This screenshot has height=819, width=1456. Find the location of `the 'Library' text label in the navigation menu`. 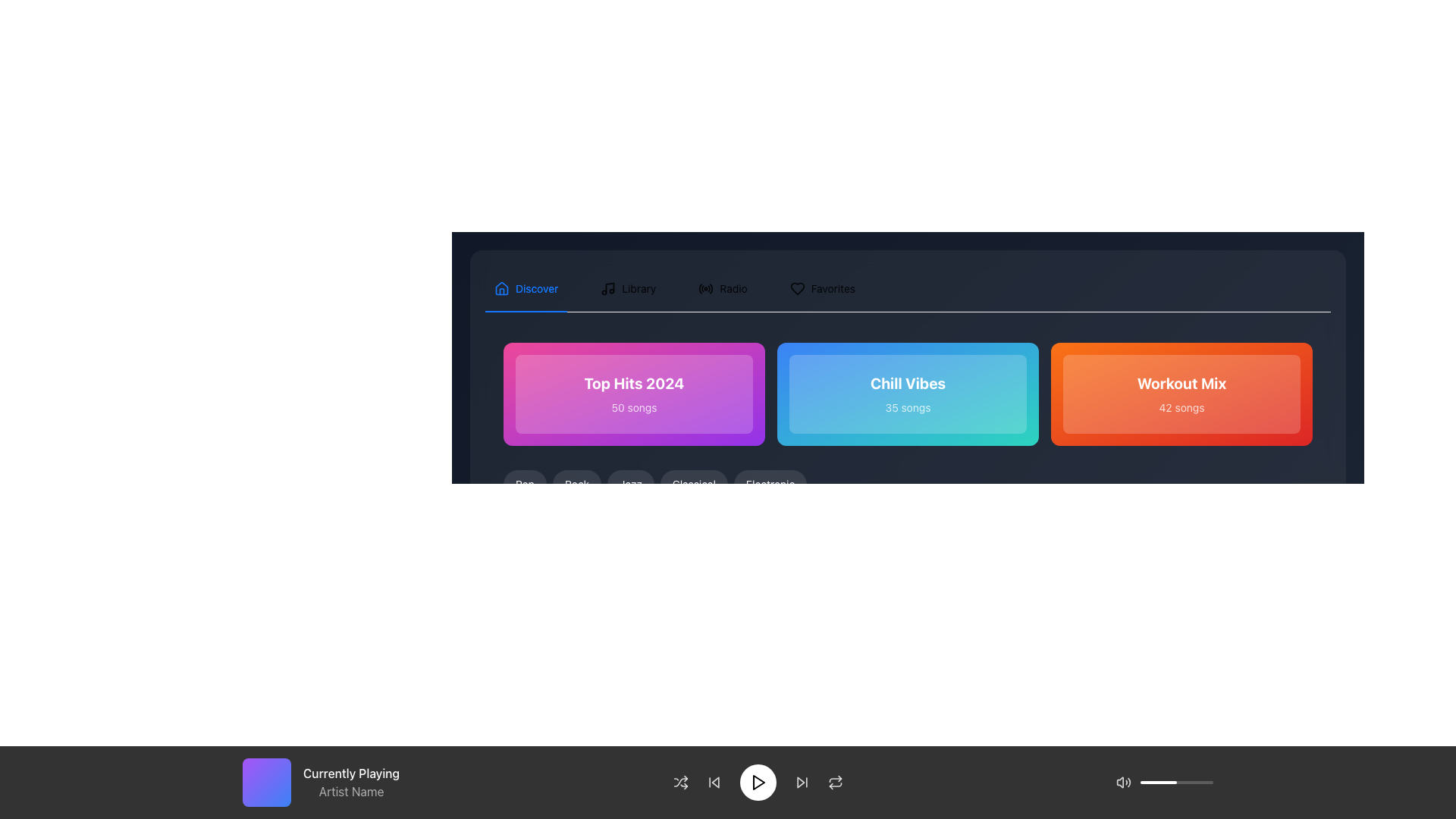

the 'Library' text label in the navigation menu is located at coordinates (639, 289).